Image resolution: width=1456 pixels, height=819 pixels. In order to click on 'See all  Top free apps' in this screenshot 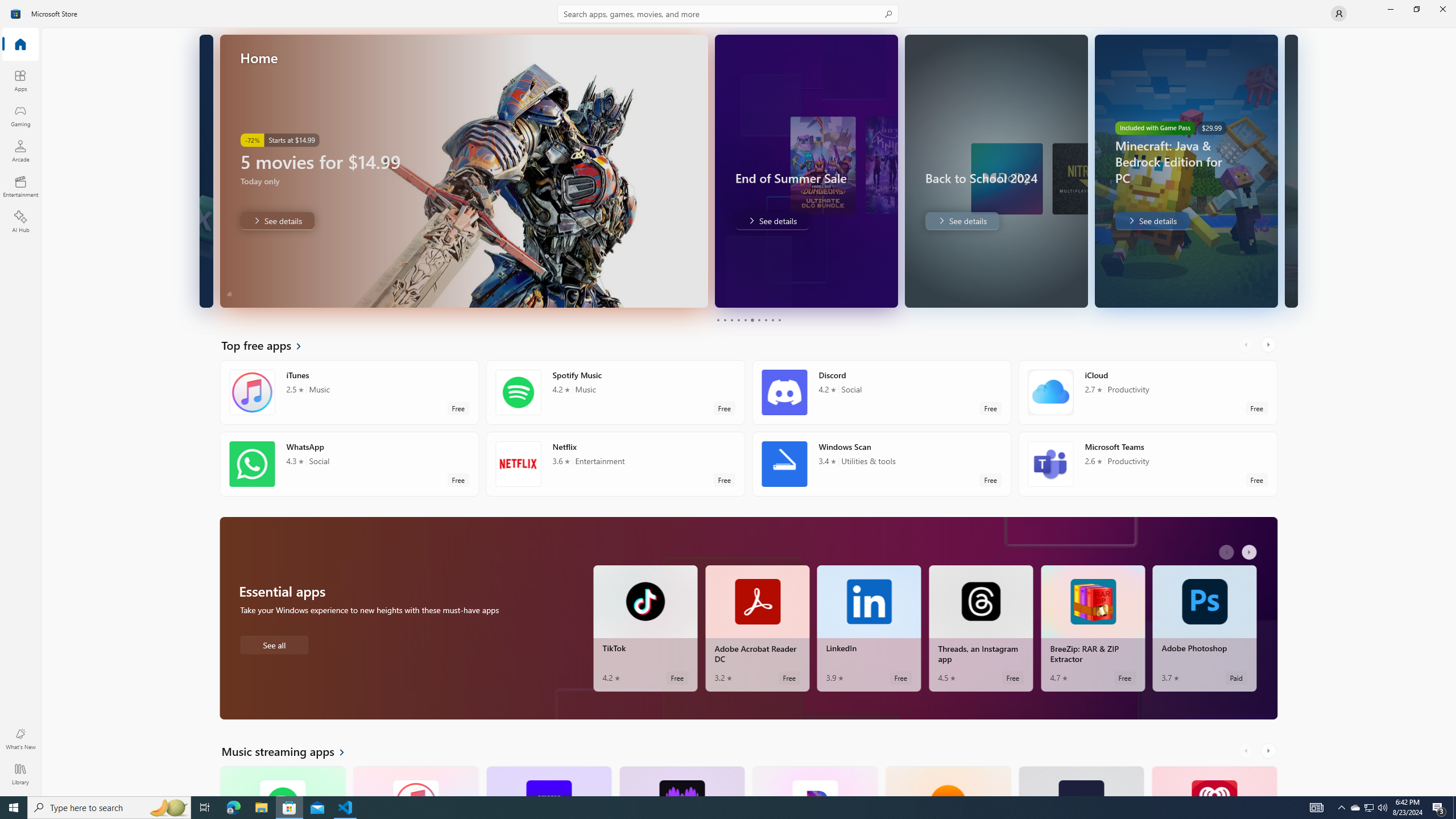, I will do `click(268, 344)`.